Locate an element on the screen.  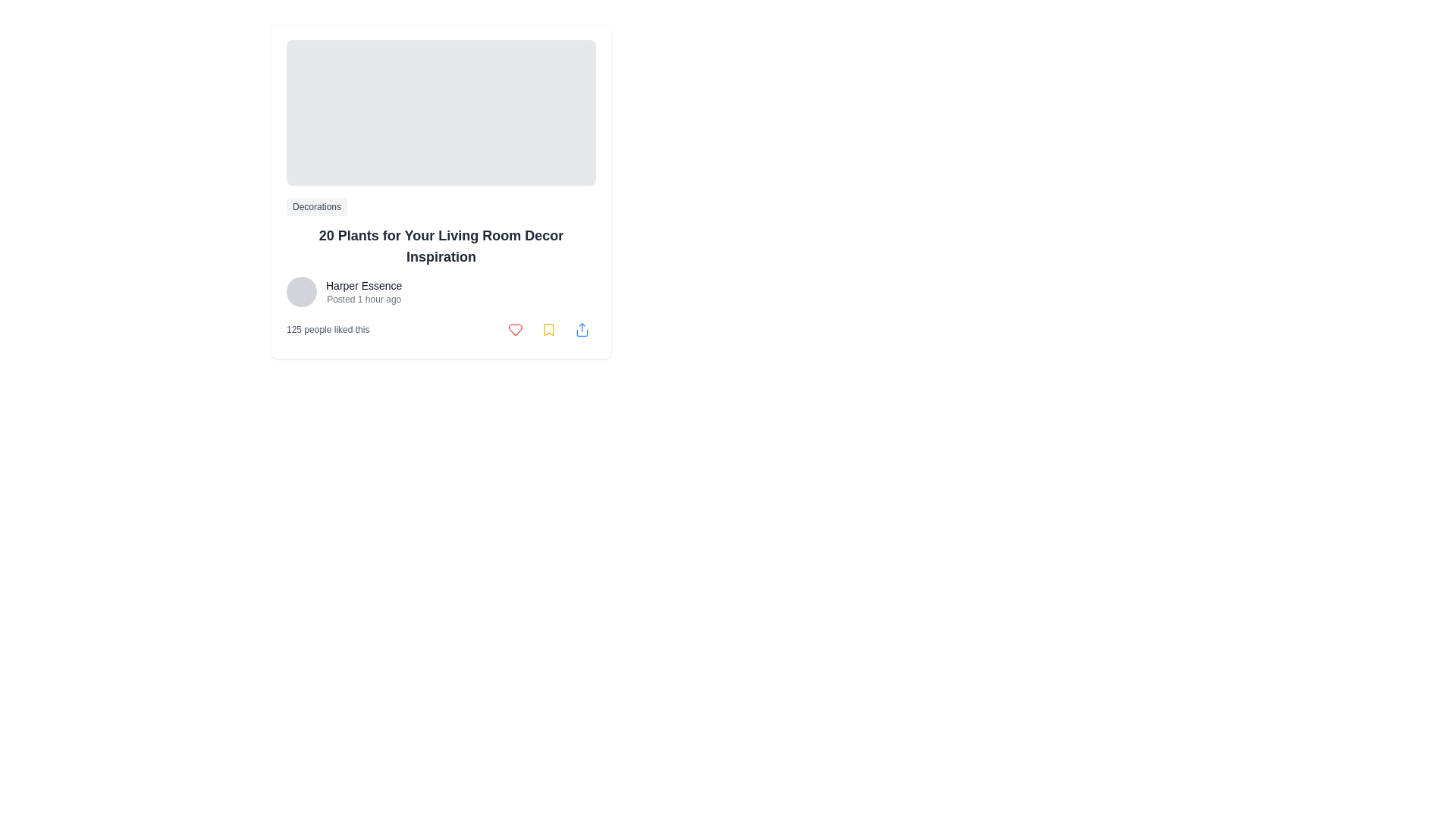
the share button icon, which is represented by an upward pointing arrow and is located at the bottom right corner of the card component is located at coordinates (582, 329).